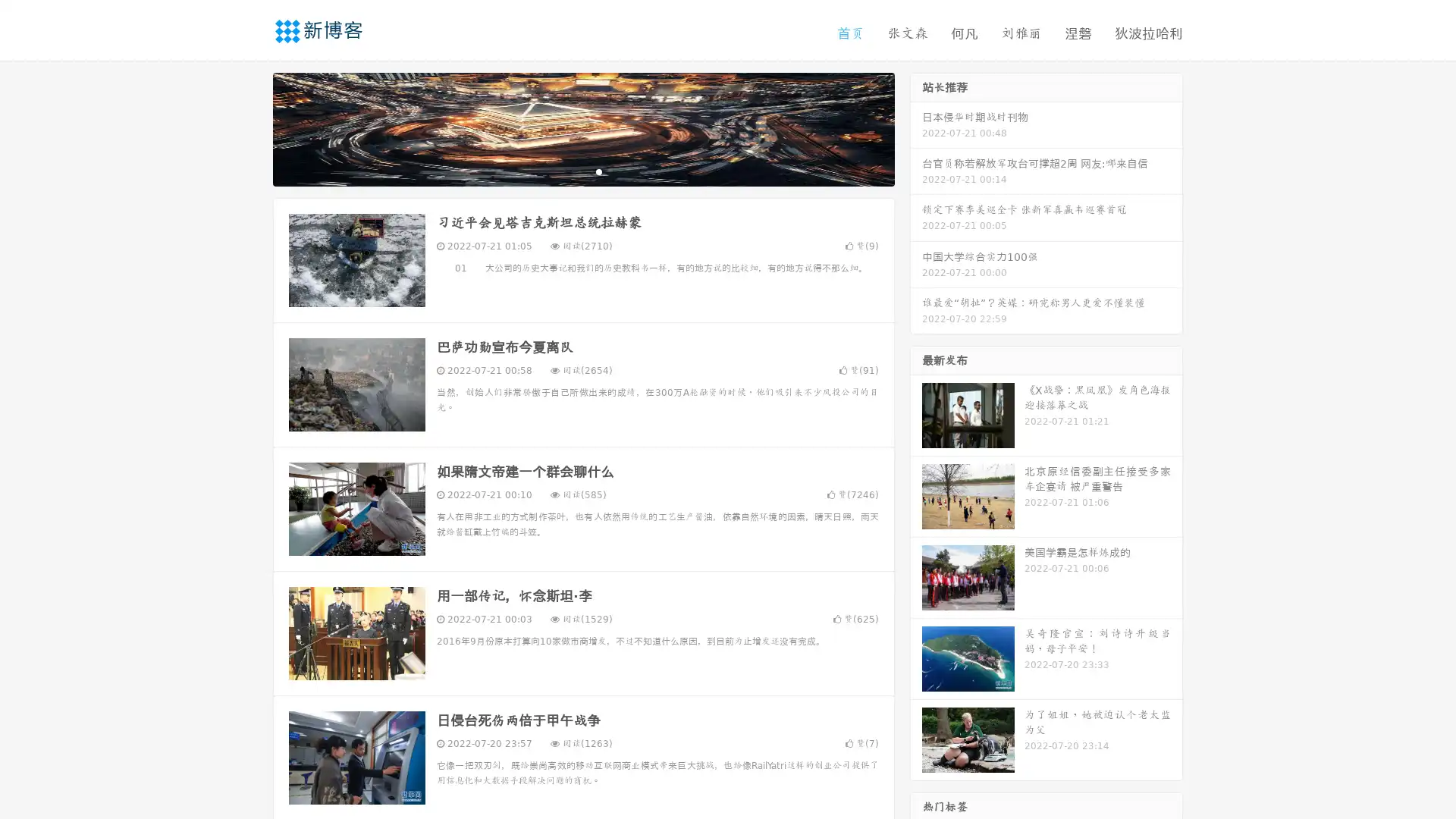  What do you see at coordinates (598, 171) in the screenshot?
I see `Go to slide 3` at bounding box center [598, 171].